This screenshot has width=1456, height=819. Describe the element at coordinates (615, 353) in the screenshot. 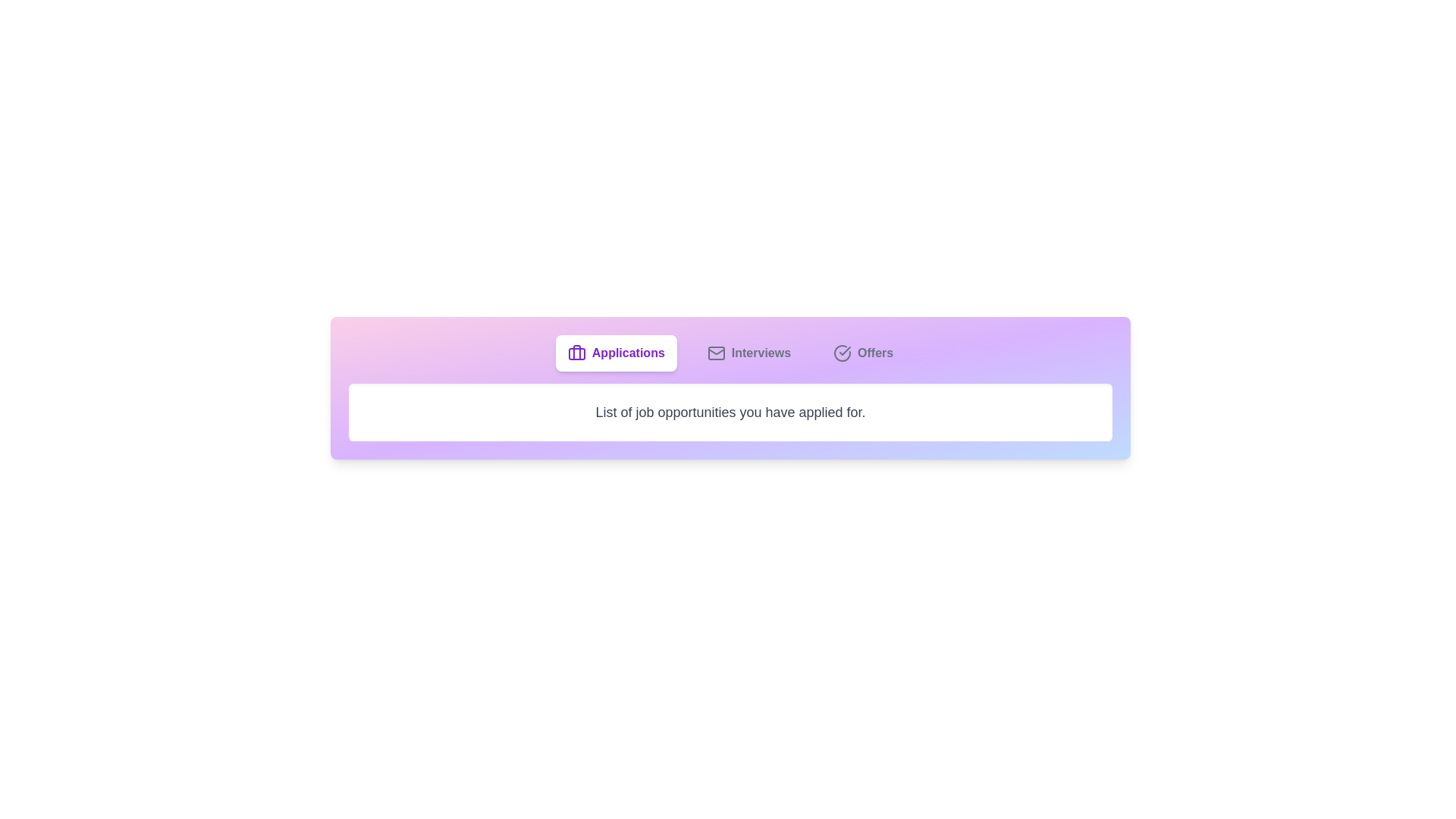

I see `the tab labeled Applications to switch to its content` at that location.